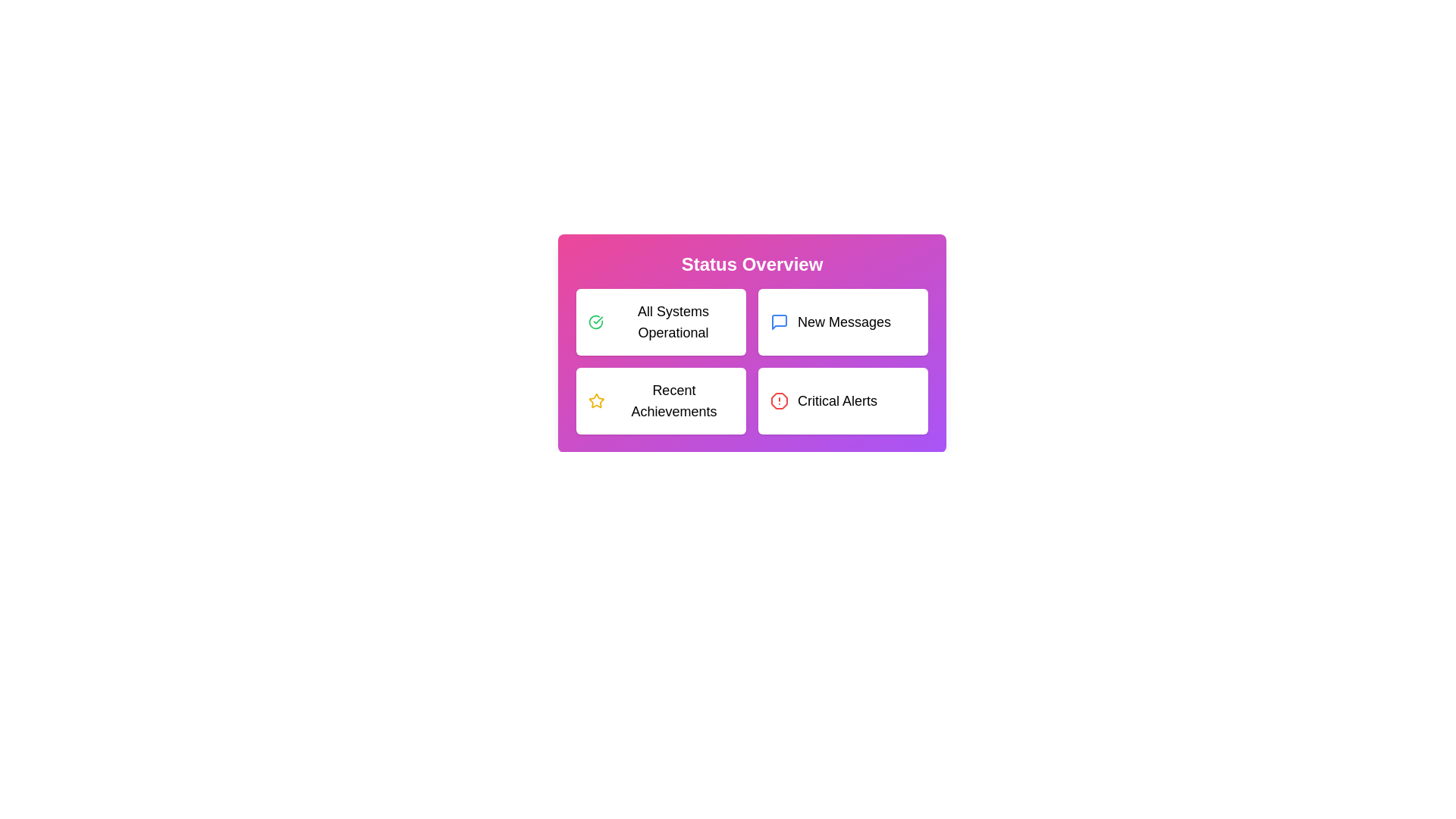 This screenshot has width=1456, height=819. What do you see at coordinates (661, 321) in the screenshot?
I see `the Status card located in the top-left corner of the grid structure, indicating that all systems are operational` at bounding box center [661, 321].